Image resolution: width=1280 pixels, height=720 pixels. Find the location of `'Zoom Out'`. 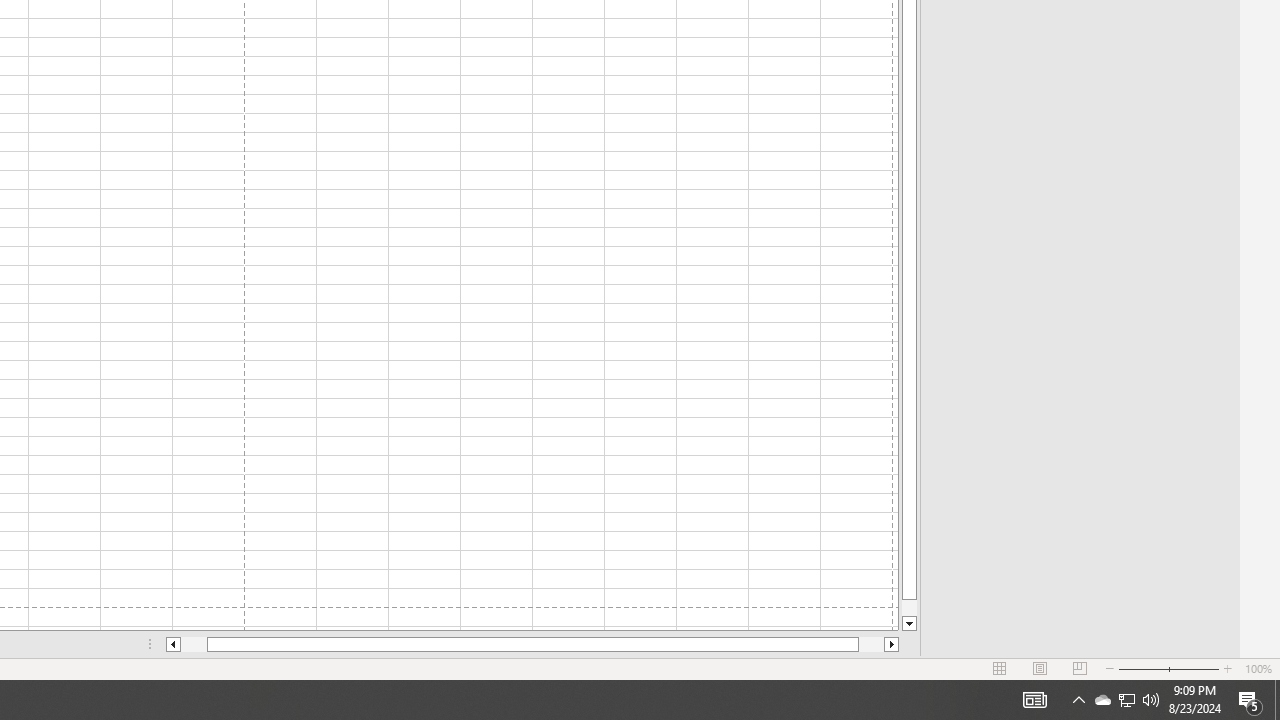

'Zoom Out' is located at coordinates (1143, 669).